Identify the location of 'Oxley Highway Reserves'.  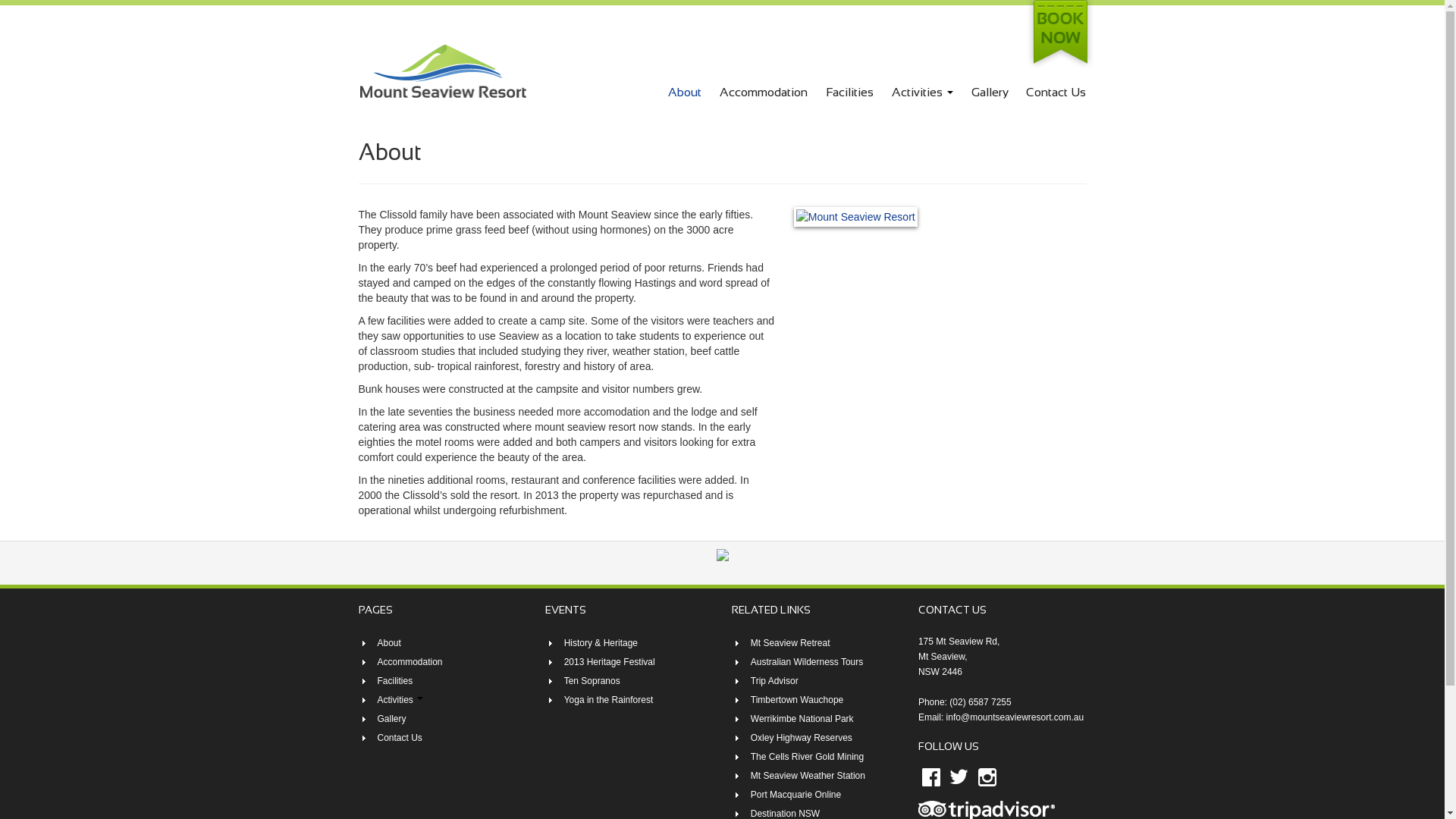
(800, 736).